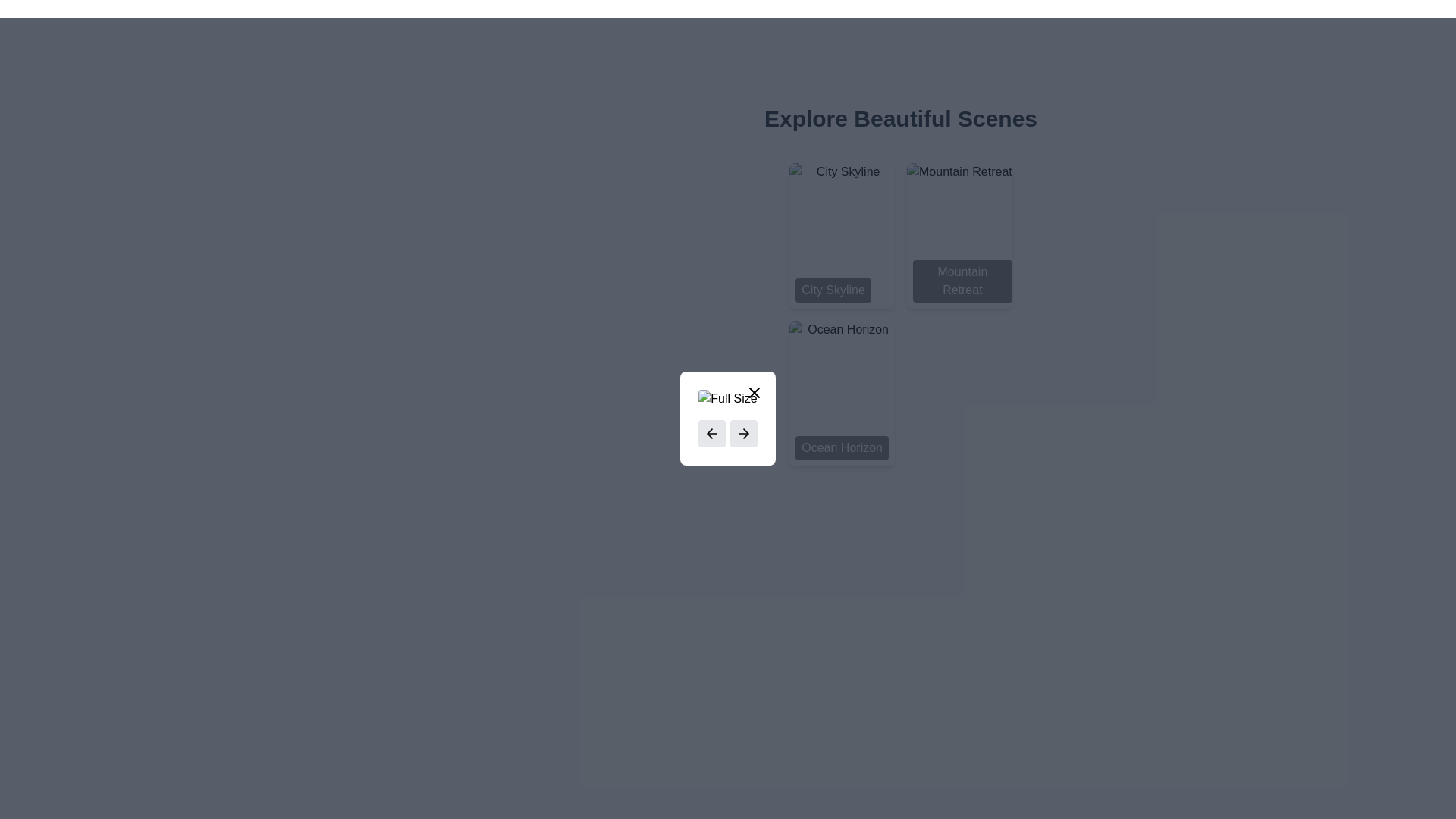 Image resolution: width=1456 pixels, height=819 pixels. I want to click on an item within the grid layout labeled 'City Skyline', 'Mountain Retreat', or 'Ocean Horizon' for interaction, so click(901, 314).